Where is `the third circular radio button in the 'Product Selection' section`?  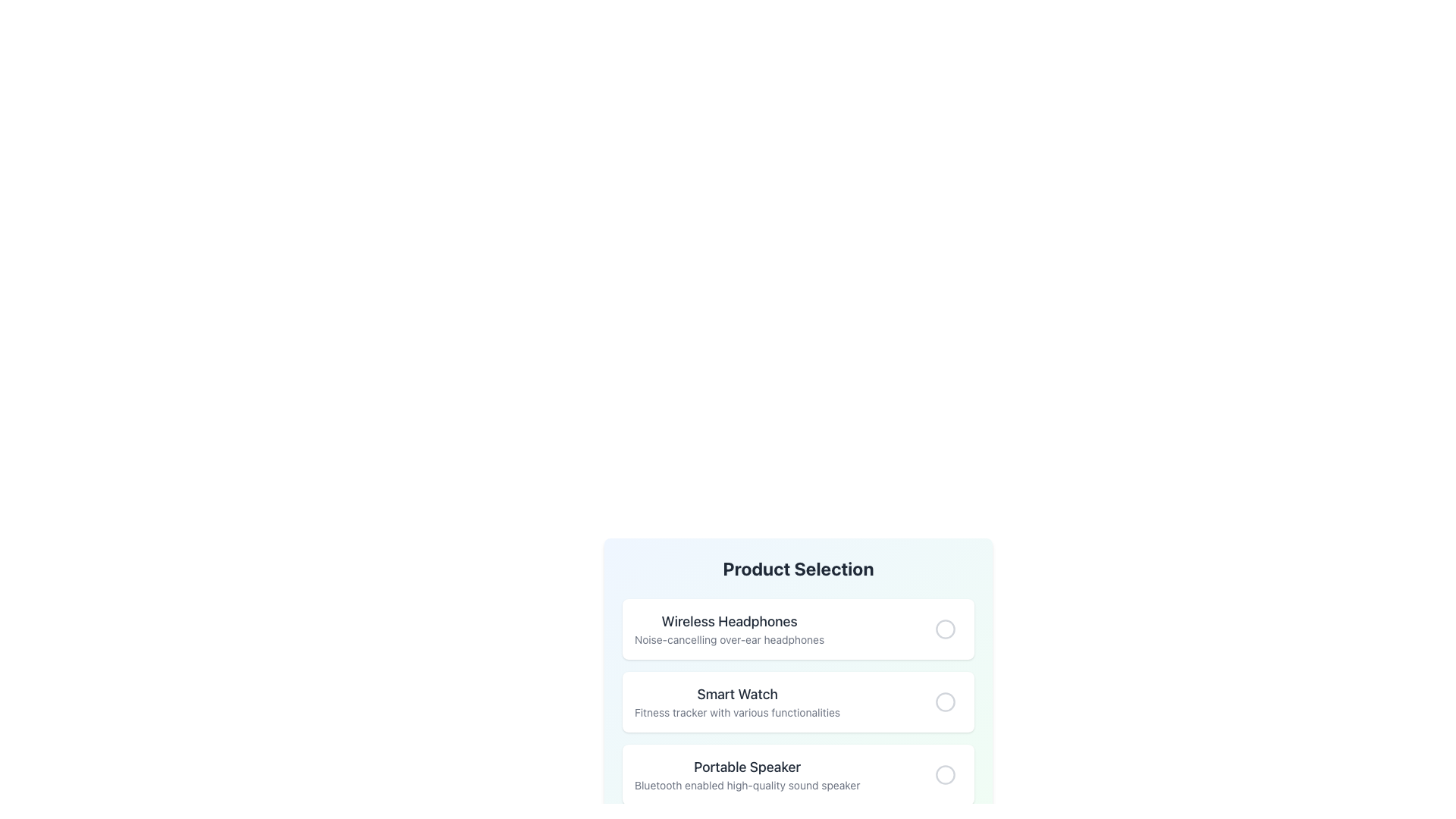 the third circular radio button in the 'Product Selection' section is located at coordinates (945, 775).